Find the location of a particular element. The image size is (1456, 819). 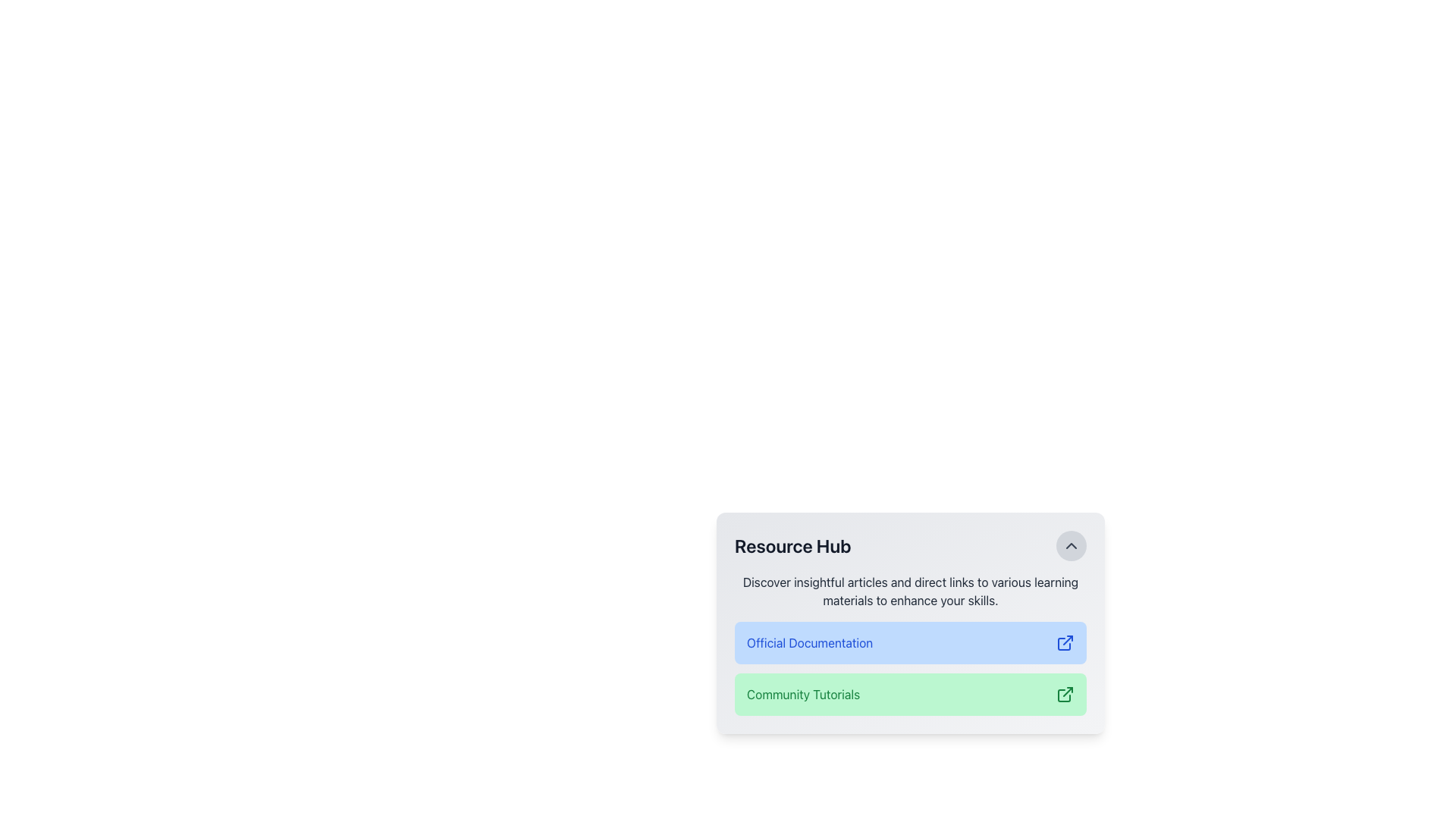

the bottom component of the grouped icon set that is part of the link-related graphic, located at the bottom-right of the 'Community Tutorials' button is located at coordinates (1063, 695).